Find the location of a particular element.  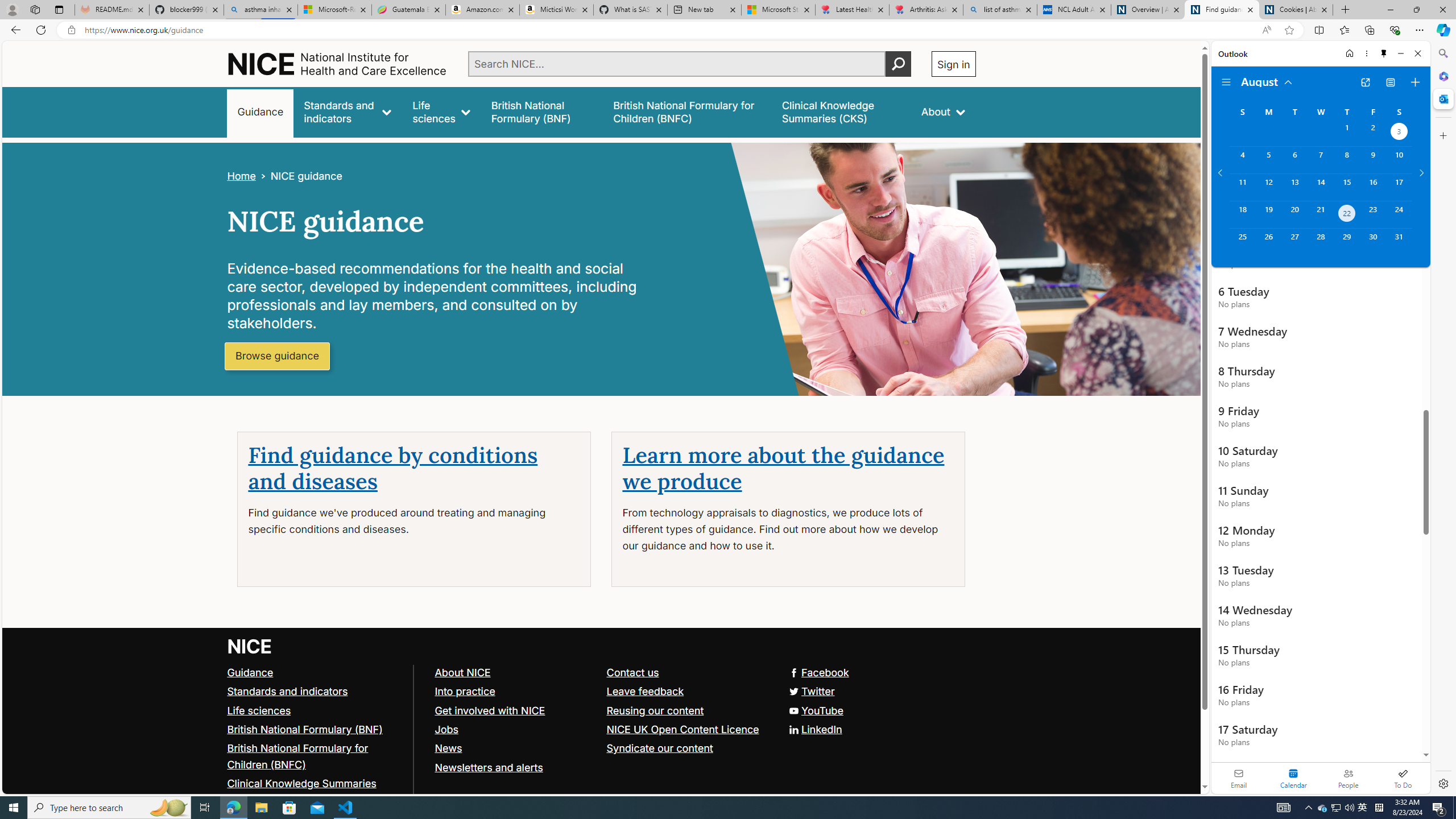

'Jobs' is located at coordinates (515, 729).